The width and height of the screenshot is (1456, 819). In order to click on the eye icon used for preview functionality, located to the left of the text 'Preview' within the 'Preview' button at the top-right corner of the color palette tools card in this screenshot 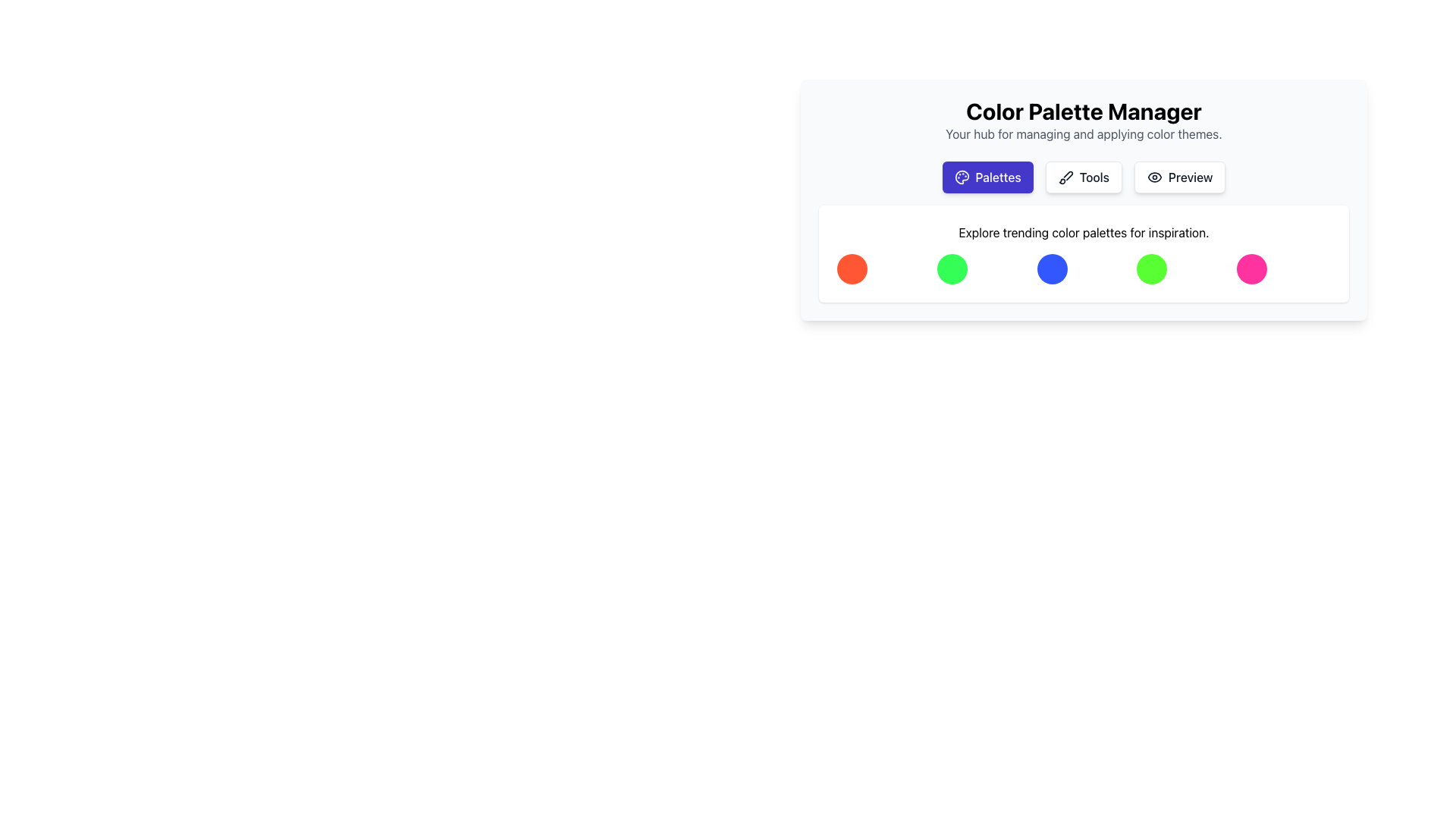, I will do `click(1153, 177)`.